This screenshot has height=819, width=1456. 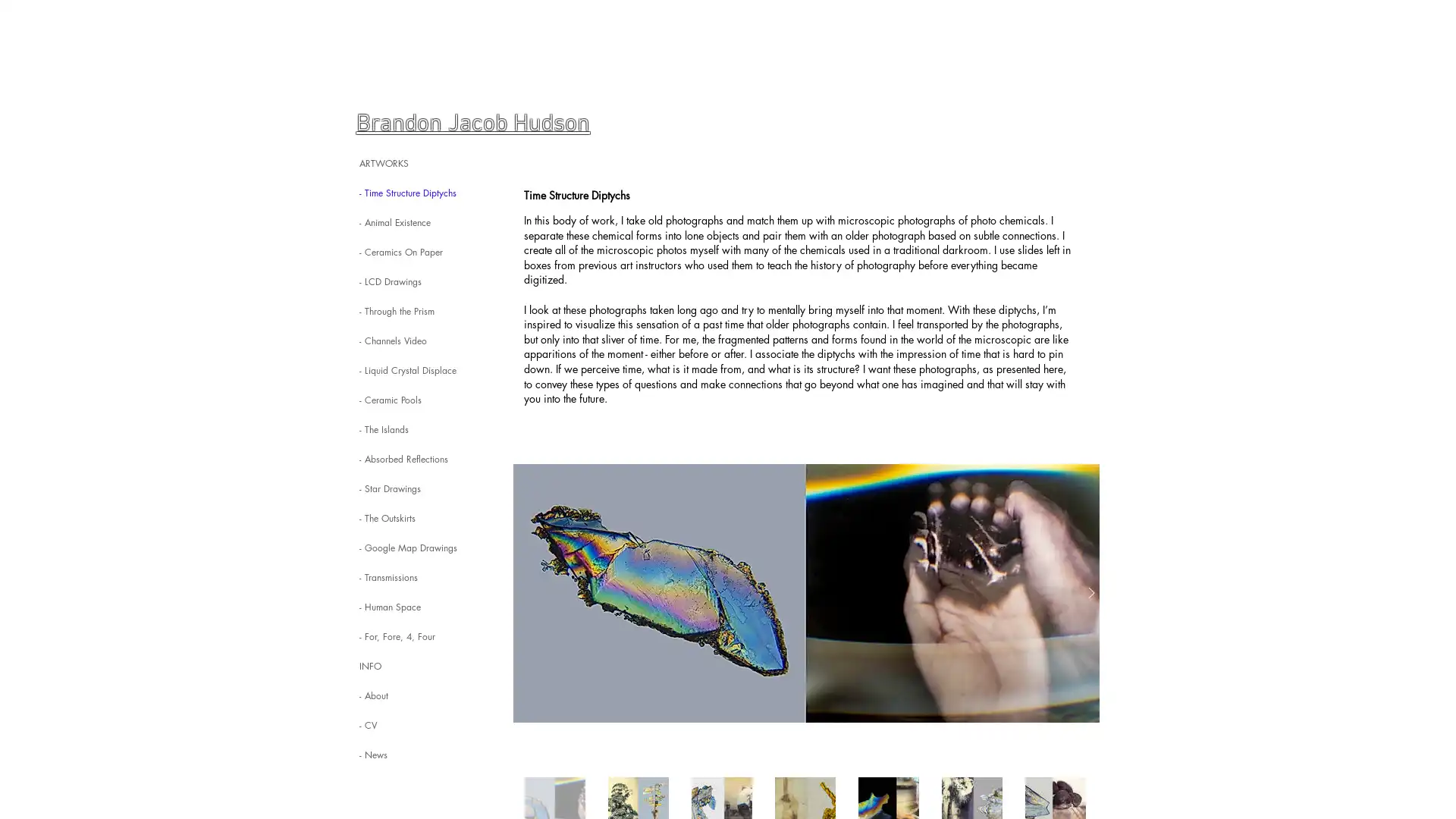 What do you see at coordinates (805, 591) in the screenshot?
I see `Time Structure Diptych IV by Brandon Hudson` at bounding box center [805, 591].